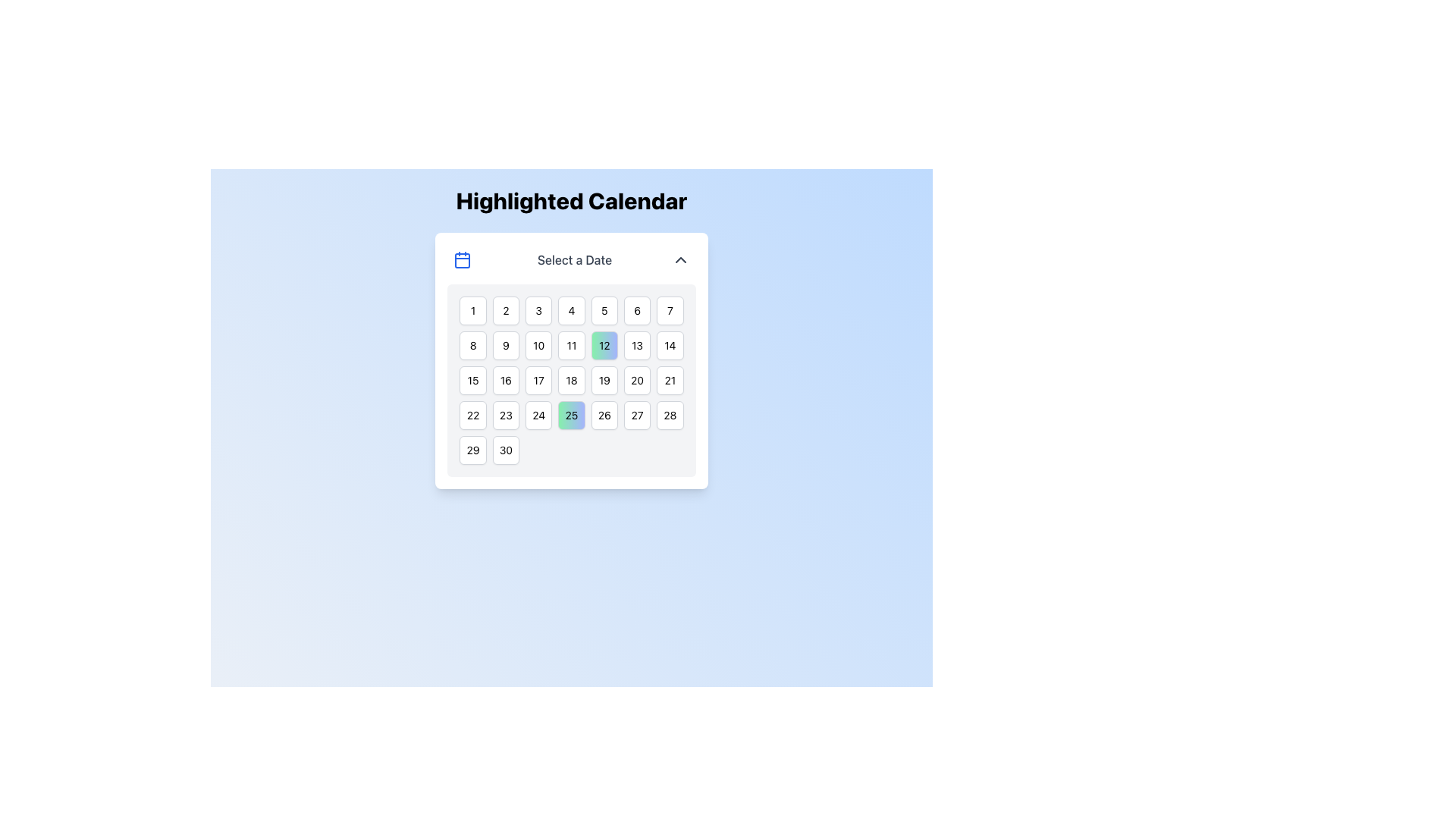 Image resolution: width=1456 pixels, height=819 pixels. Describe the element at coordinates (506, 345) in the screenshot. I see `the rectangular button with the number '9' in bold black font, located in the second row, second column of the calendar grid` at that location.